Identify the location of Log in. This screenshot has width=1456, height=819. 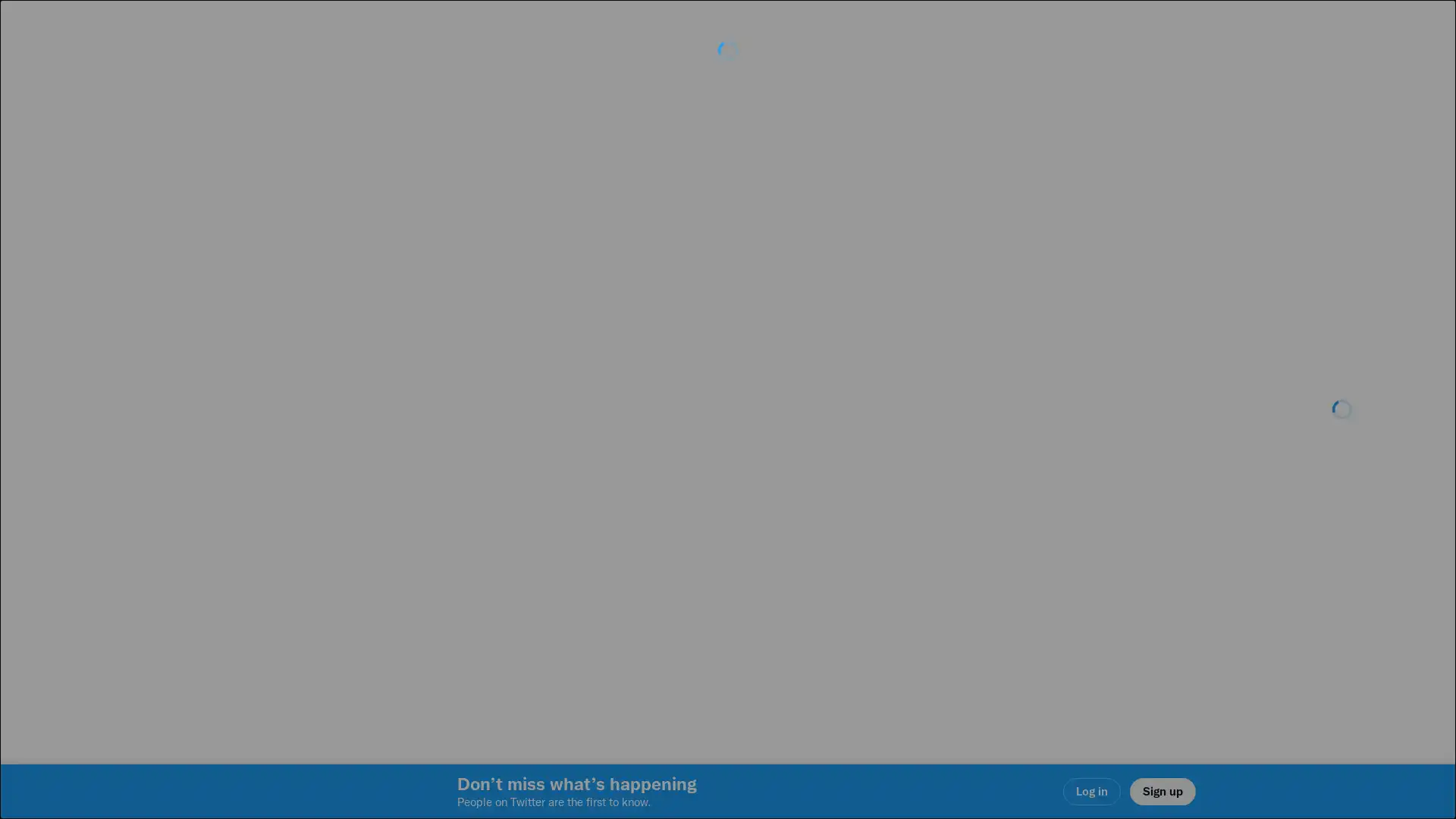
(910, 516).